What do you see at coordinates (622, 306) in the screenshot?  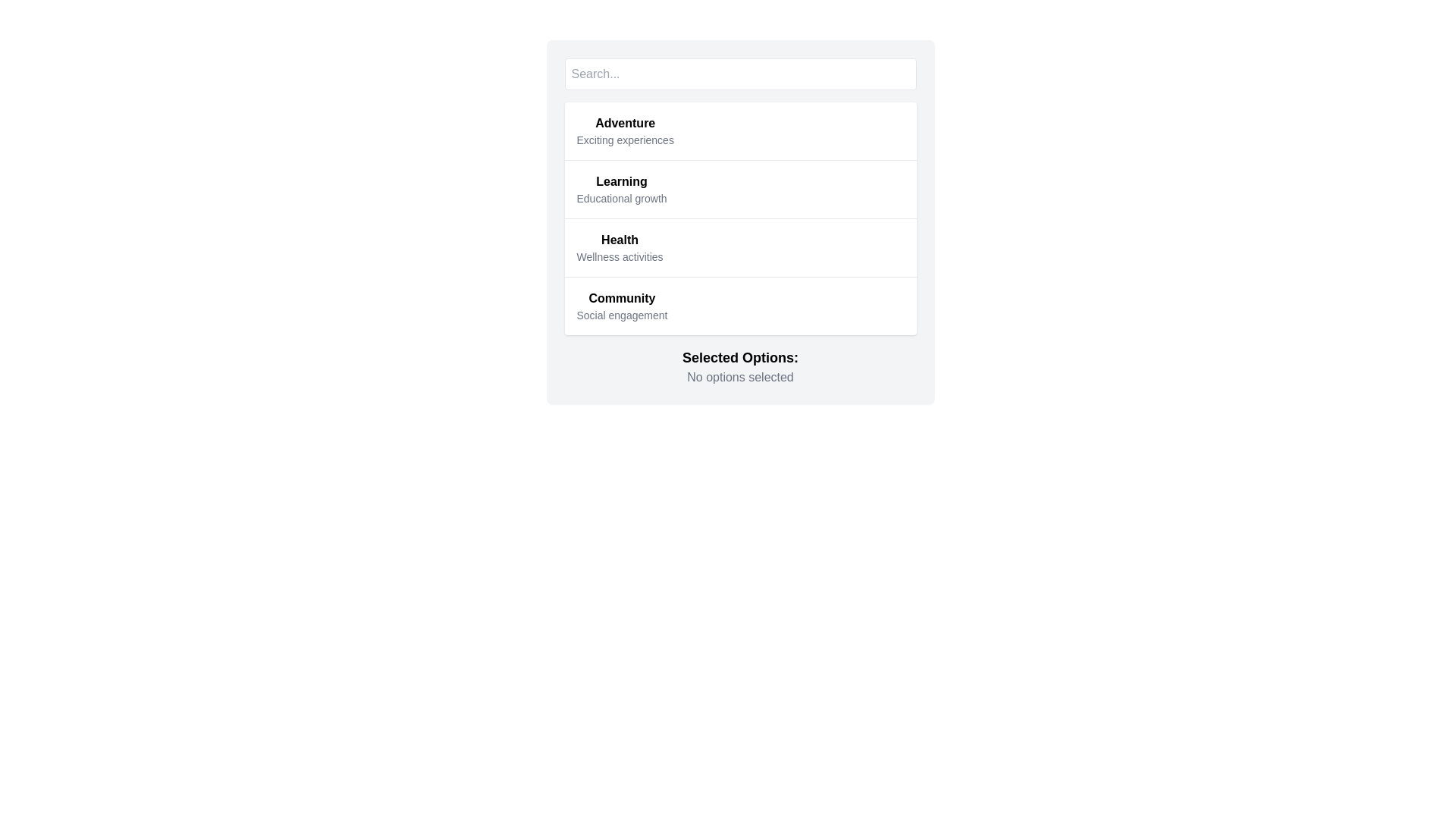 I see `the fourth entry in the list, which displays 'Community' in bold and 'Social engagement' in gray, indicating a textual list item with descriptive subtext` at bounding box center [622, 306].